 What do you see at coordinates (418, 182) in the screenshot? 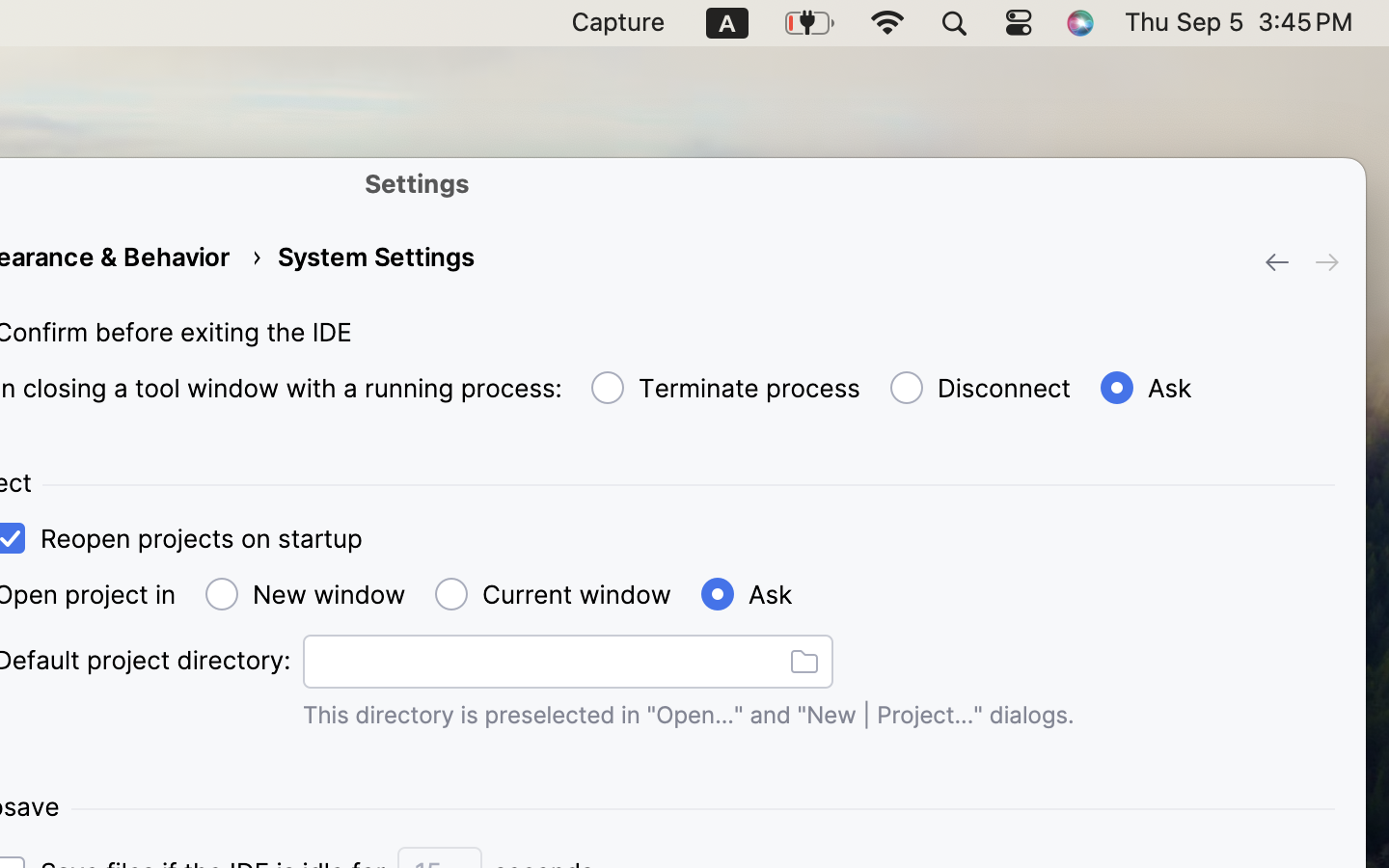
I see `'Settings'` at bounding box center [418, 182].